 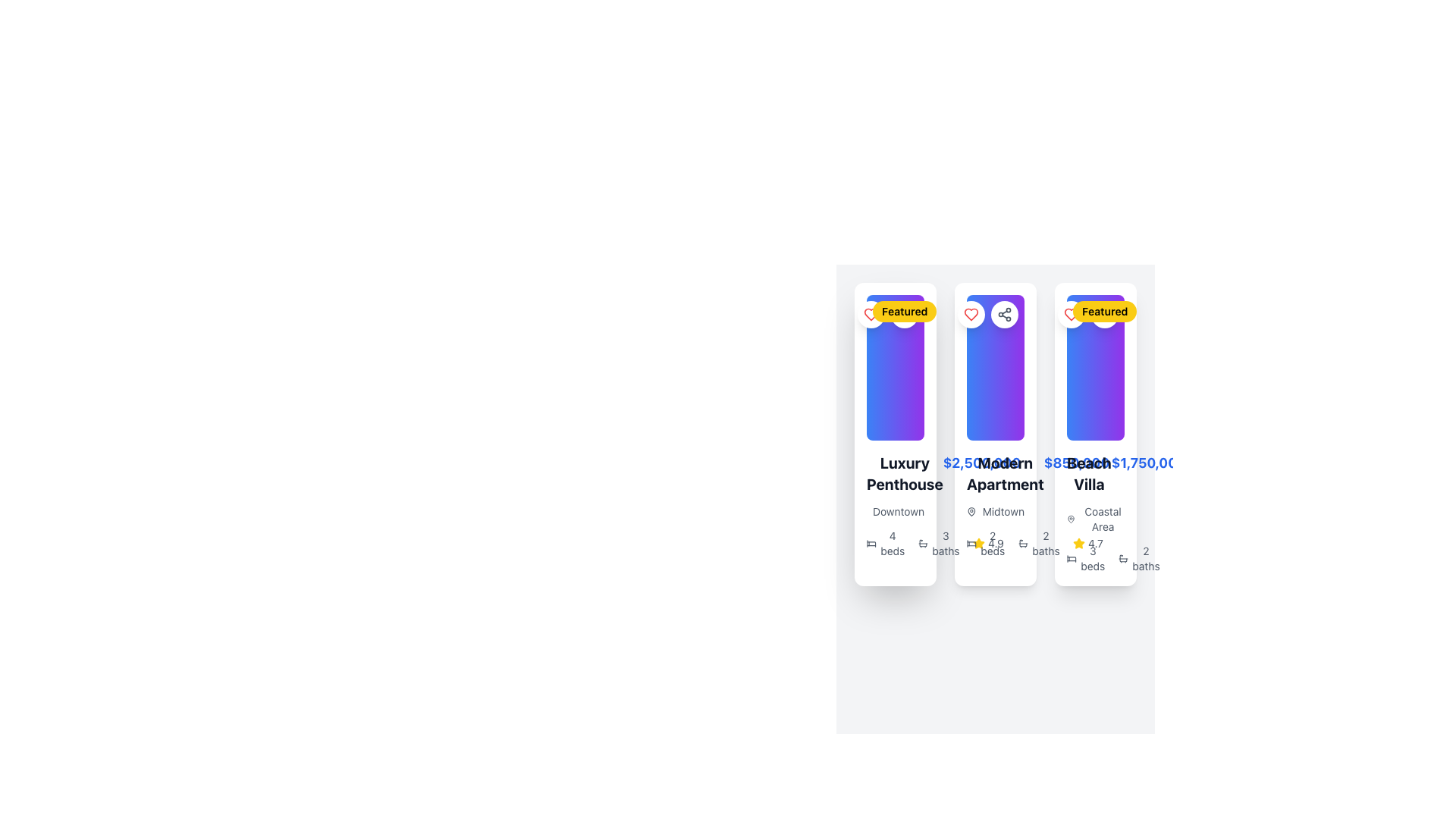 What do you see at coordinates (1005, 472) in the screenshot?
I see `text from the label displaying 'Modern Apartment', which is styled in bold and dark gray, located above the price label in the second card of property listings` at bounding box center [1005, 472].